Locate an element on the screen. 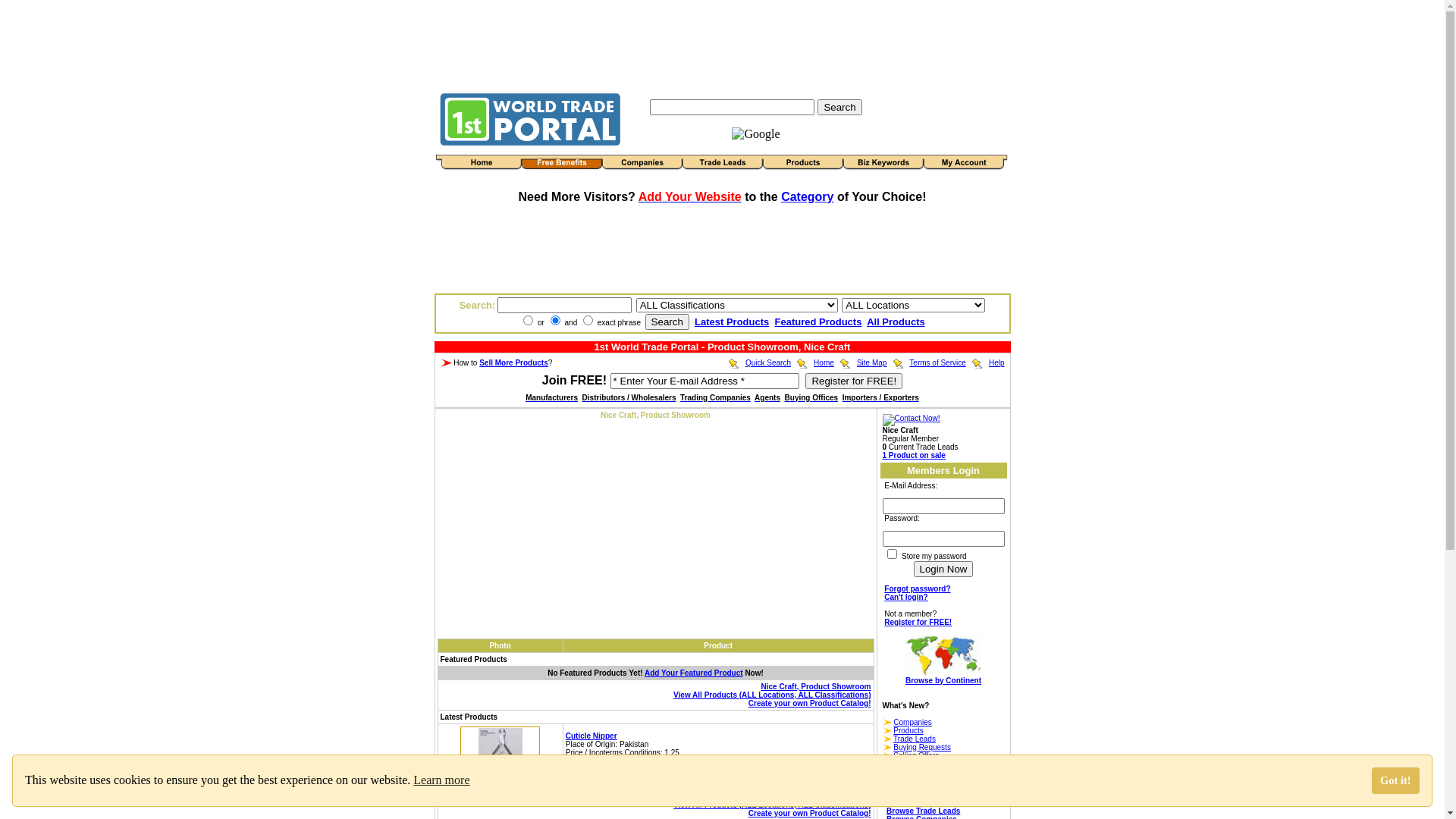 This screenshot has width=1456, height=819. 'Home' is located at coordinates (823, 362).